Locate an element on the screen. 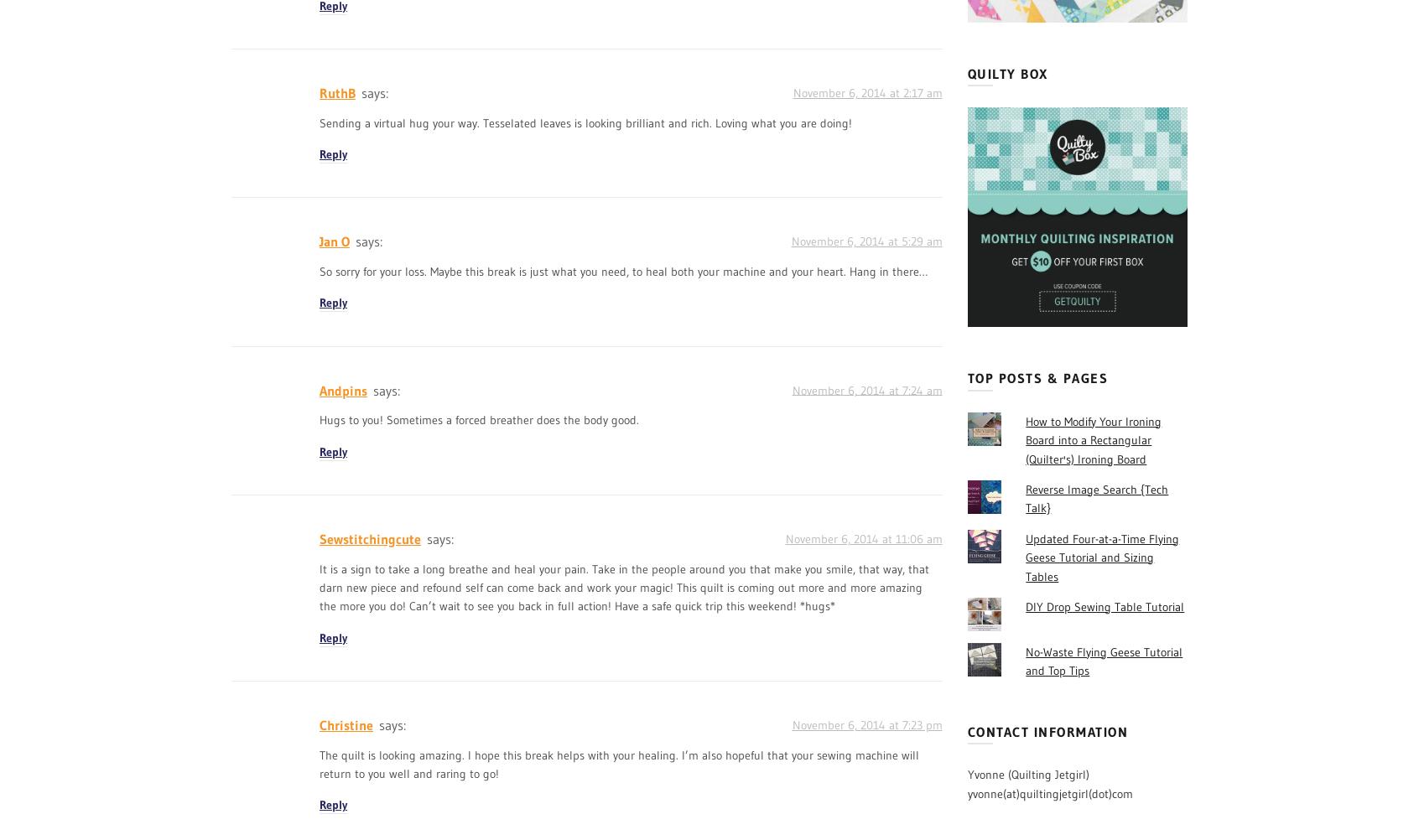 The image size is (1419, 840). 'Christine' is located at coordinates (346, 725).